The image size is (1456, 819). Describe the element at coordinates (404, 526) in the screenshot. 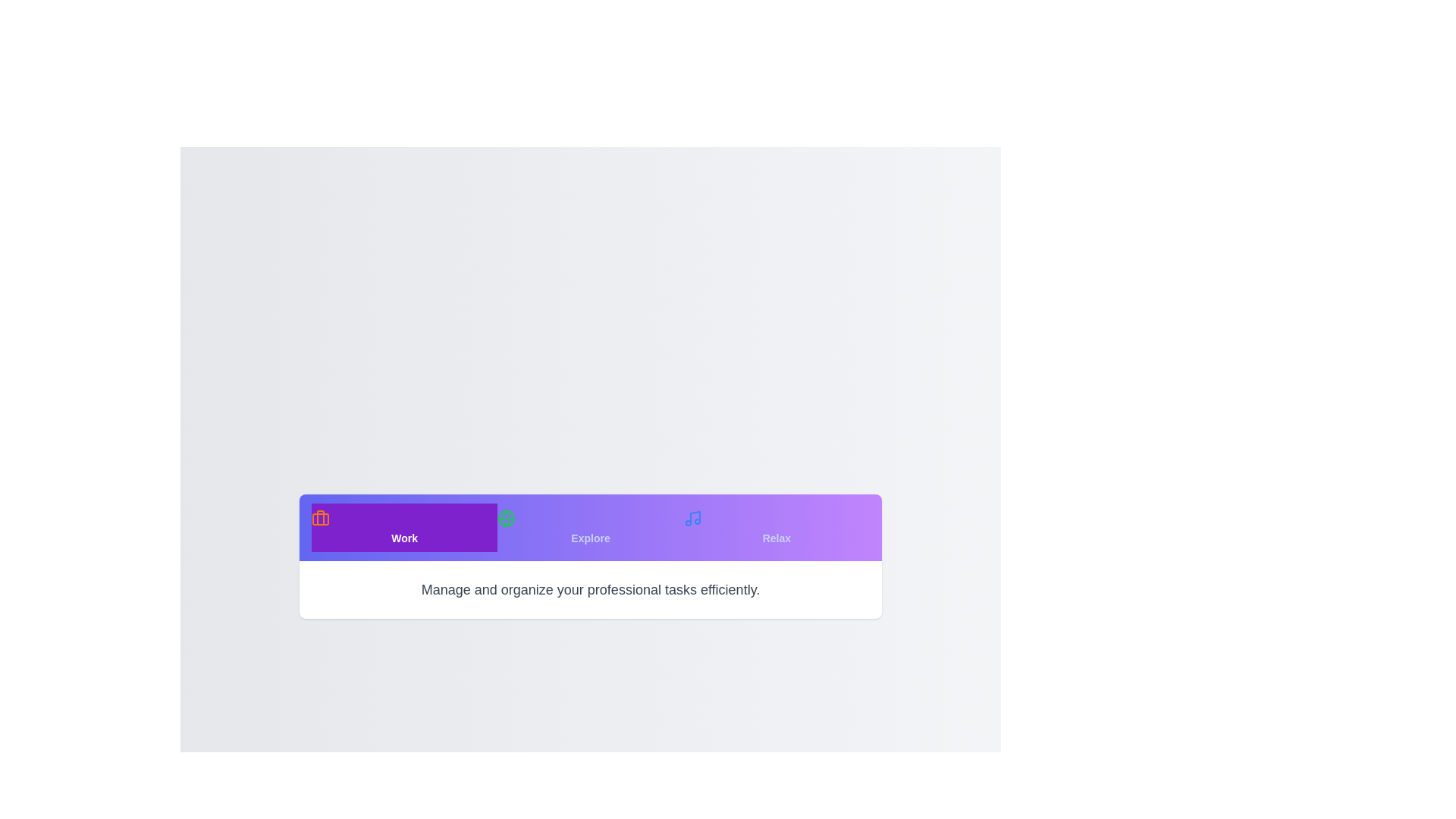

I see `the Work tab by clicking on its button` at that location.